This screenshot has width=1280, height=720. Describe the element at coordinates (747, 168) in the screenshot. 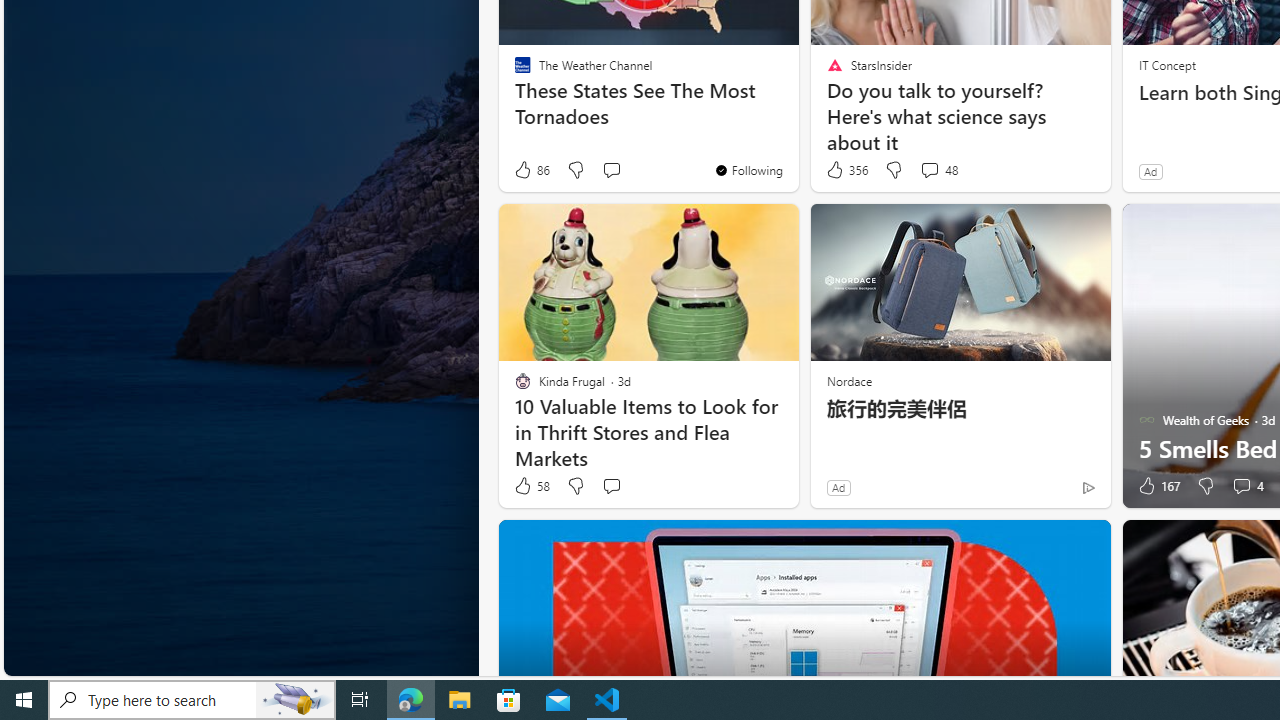

I see `'You'` at that location.